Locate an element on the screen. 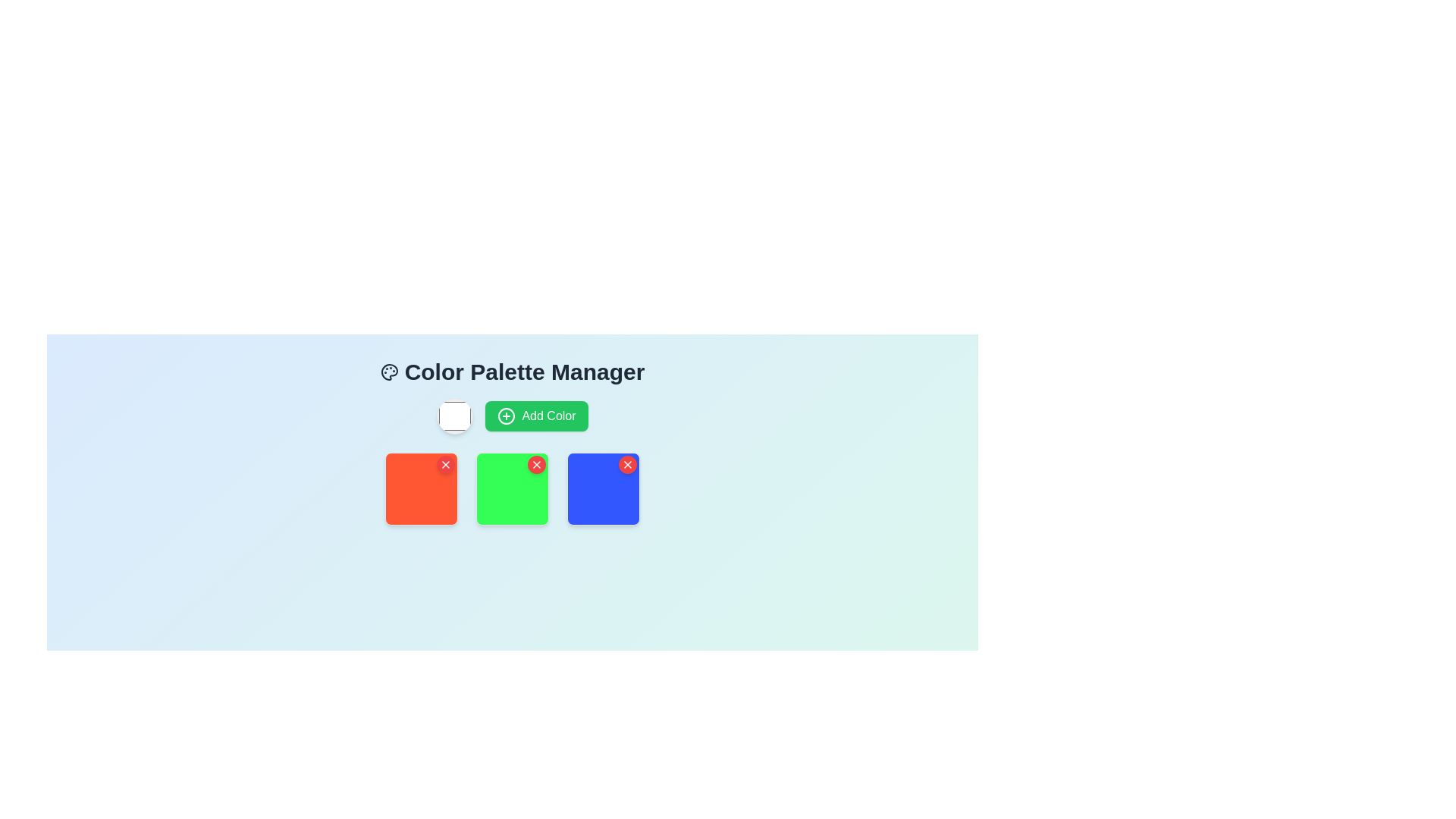 The width and height of the screenshot is (1456, 819). the 'Add Color' icon located within the rounded green button labeled 'Add Color' is located at coordinates (507, 416).